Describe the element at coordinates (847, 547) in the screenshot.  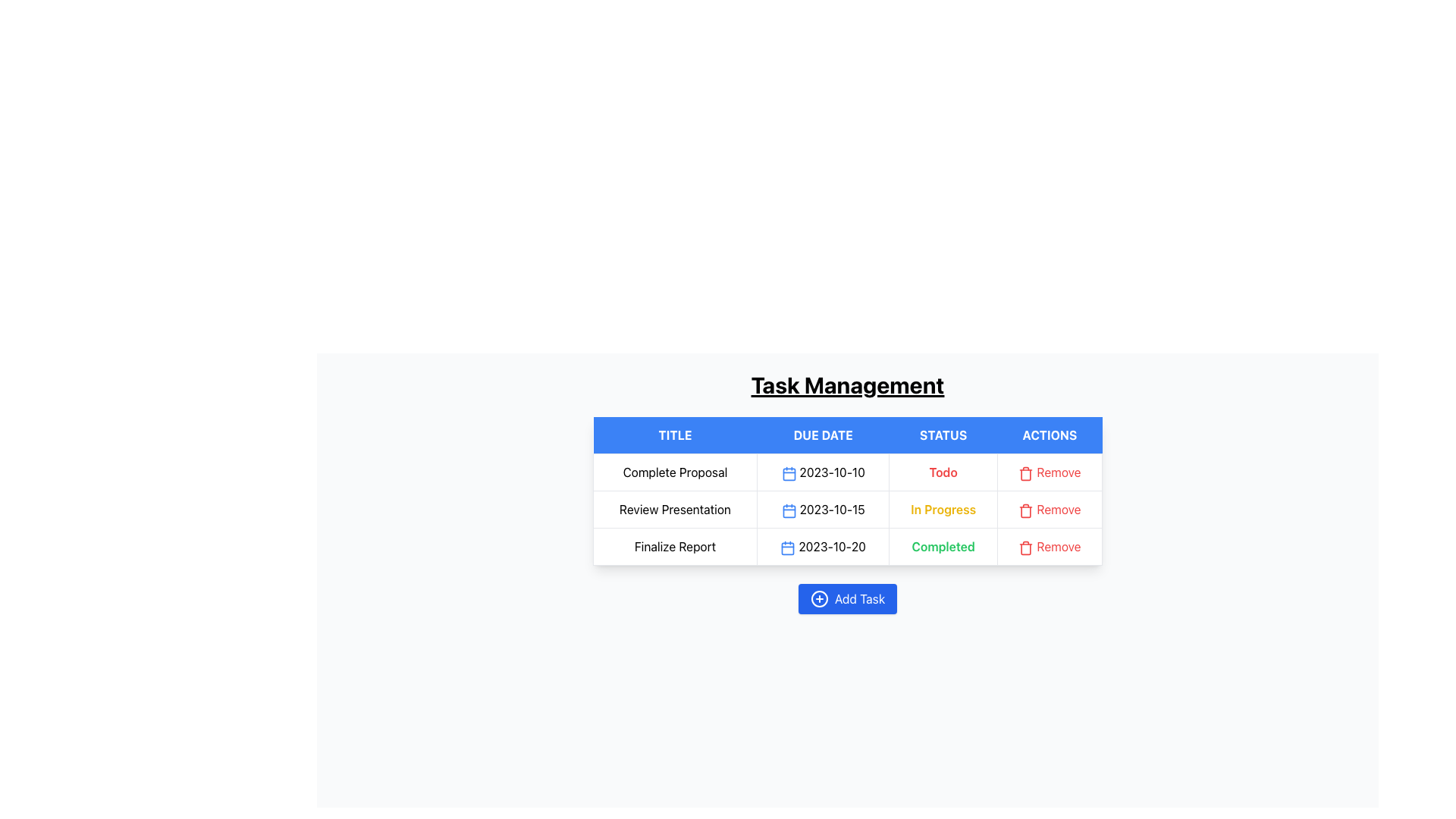
I see `the calendar icon in the task management table row displaying the task 'Finalize Report'` at that location.